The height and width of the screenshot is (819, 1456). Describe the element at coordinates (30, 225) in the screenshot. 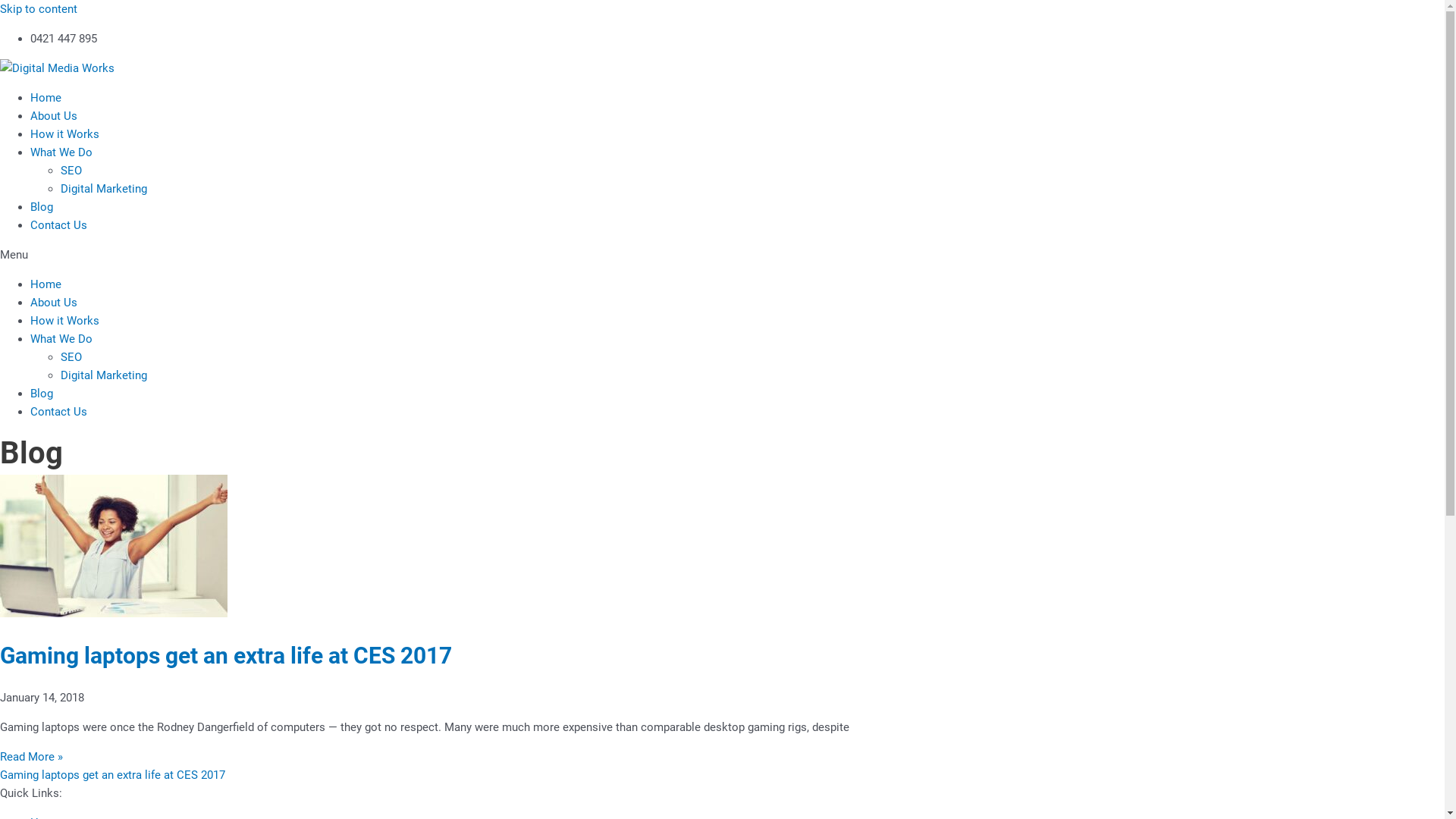

I see `'Contact Us'` at that location.